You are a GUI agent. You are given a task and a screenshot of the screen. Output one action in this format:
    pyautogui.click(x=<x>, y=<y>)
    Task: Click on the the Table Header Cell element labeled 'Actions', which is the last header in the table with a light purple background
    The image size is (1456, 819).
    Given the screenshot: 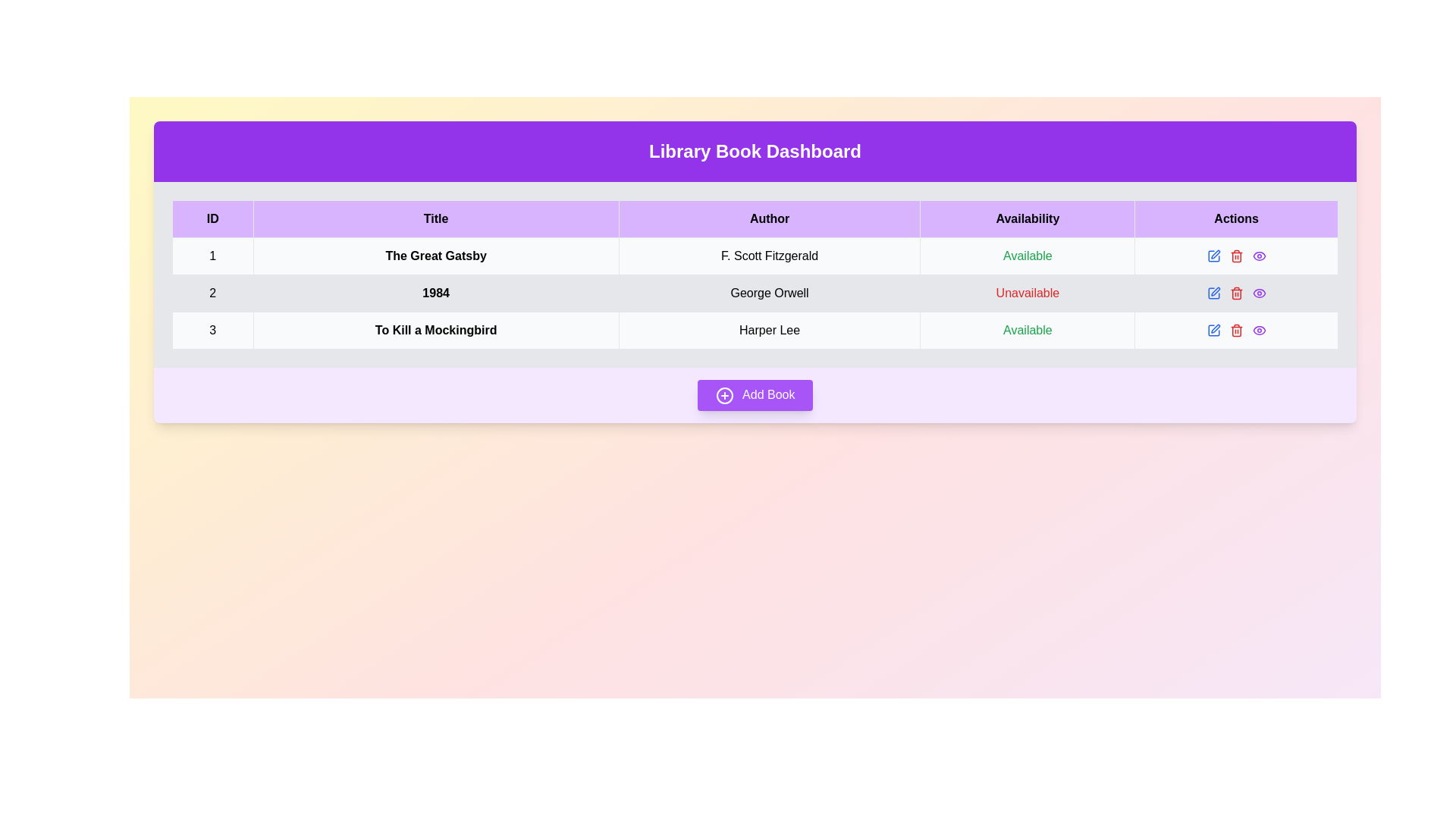 What is the action you would take?
    pyautogui.click(x=1236, y=219)
    